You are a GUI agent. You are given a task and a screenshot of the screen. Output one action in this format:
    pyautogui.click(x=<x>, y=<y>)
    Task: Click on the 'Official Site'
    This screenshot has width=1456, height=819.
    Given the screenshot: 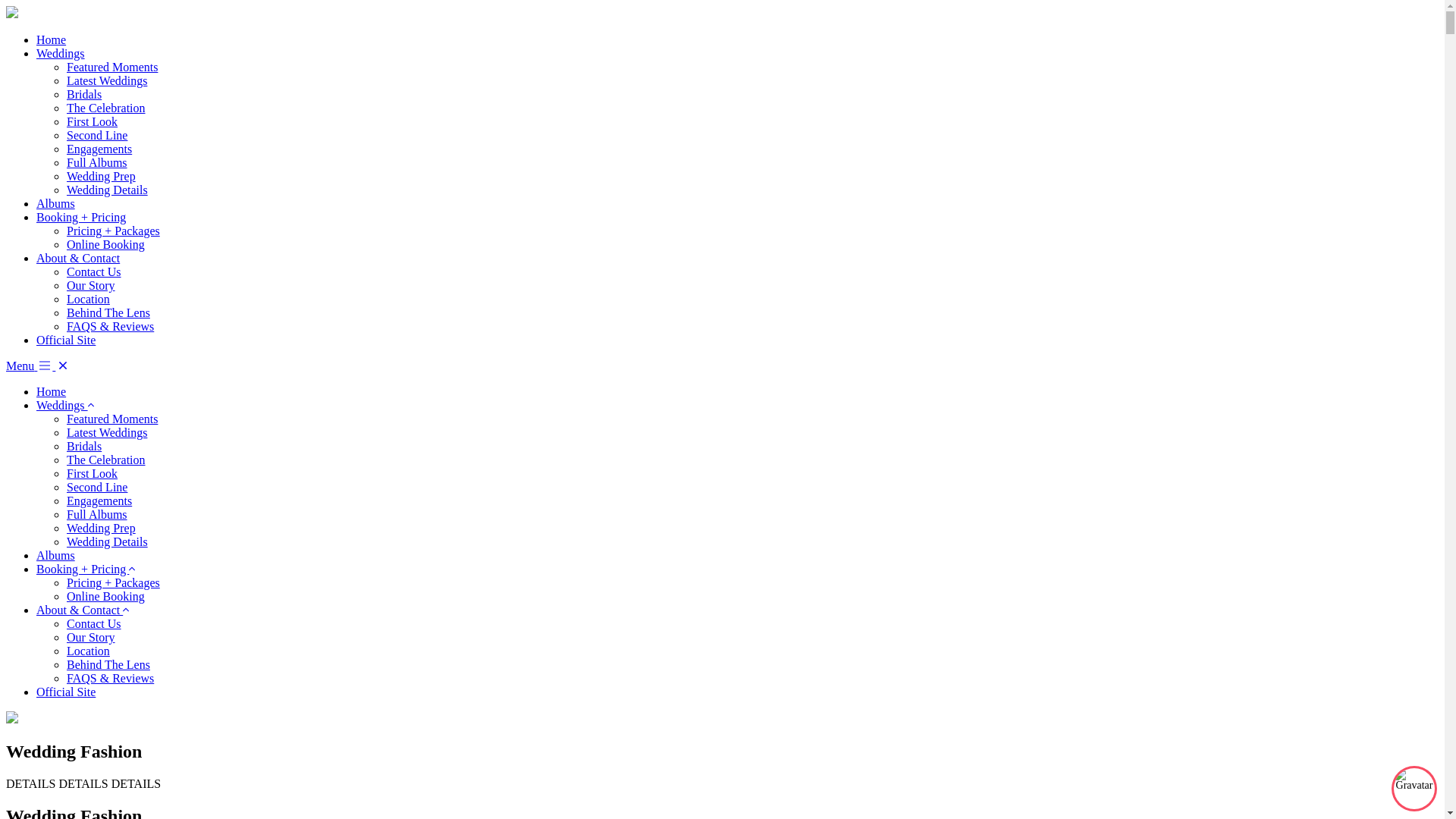 What is the action you would take?
    pyautogui.click(x=64, y=692)
    